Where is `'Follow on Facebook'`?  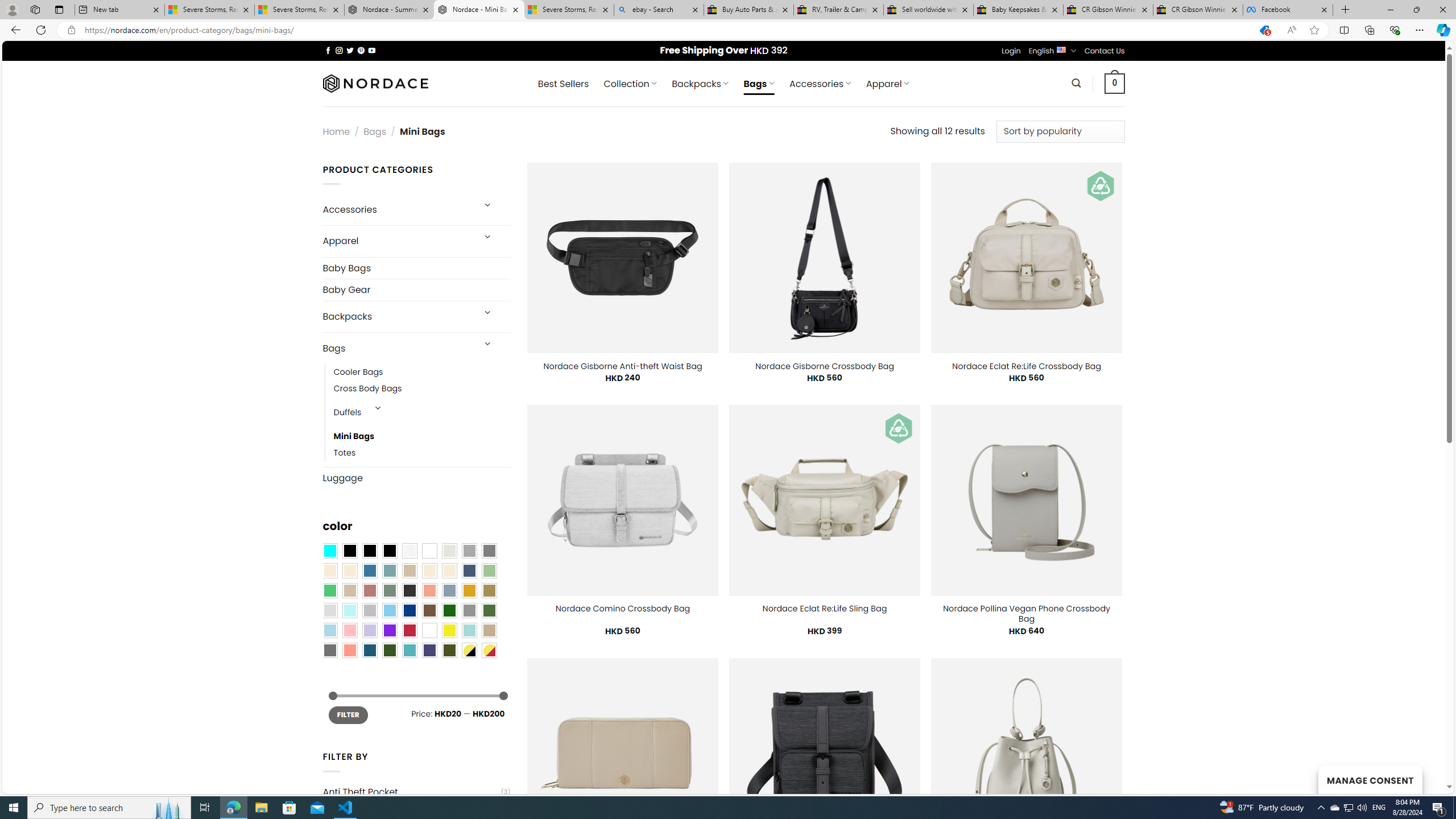 'Follow on Facebook' is located at coordinates (328, 50).